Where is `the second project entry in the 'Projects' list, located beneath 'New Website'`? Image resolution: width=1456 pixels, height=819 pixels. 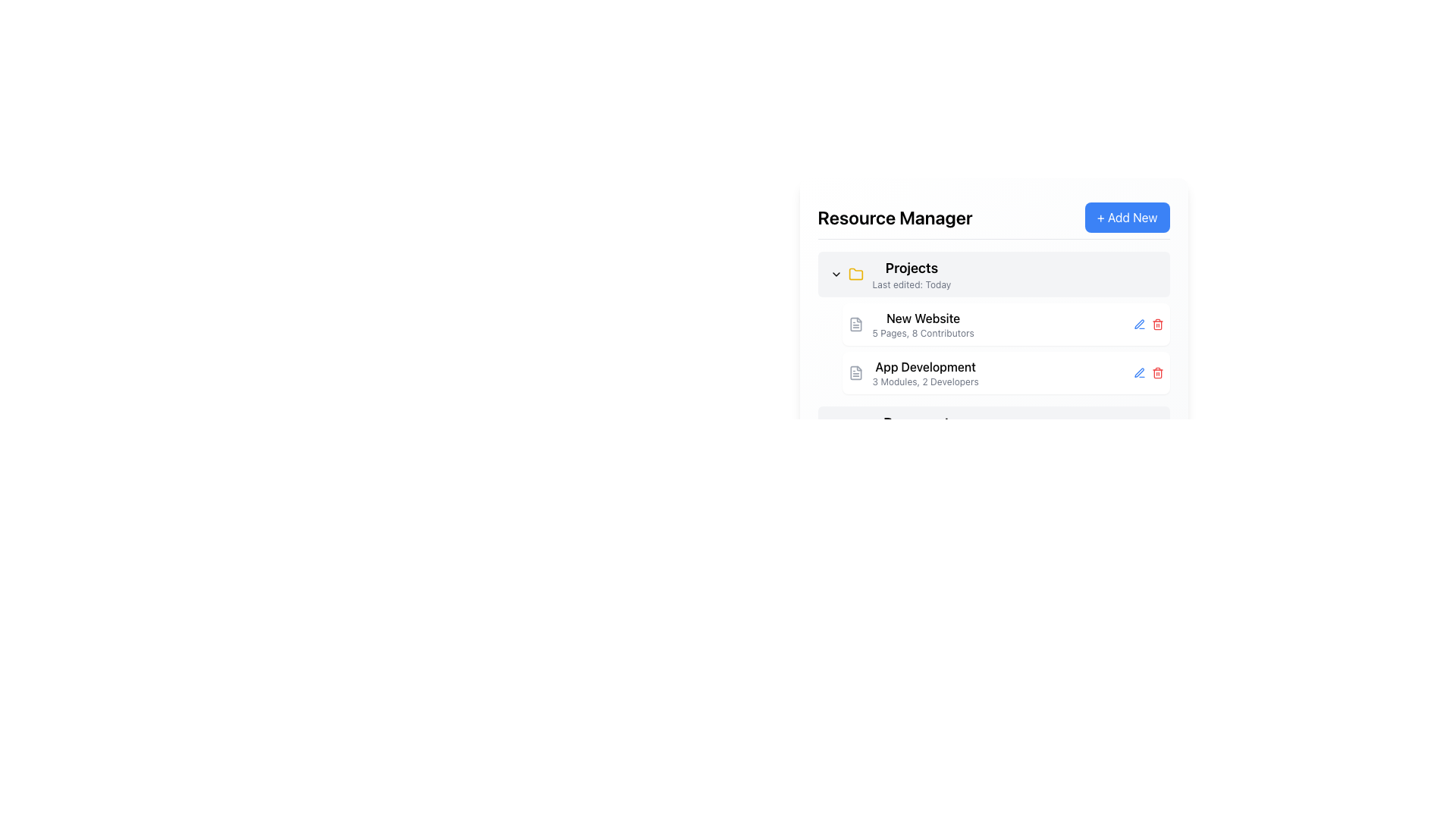
the second project entry in the 'Projects' list, located beneath 'New Website' is located at coordinates (924, 373).